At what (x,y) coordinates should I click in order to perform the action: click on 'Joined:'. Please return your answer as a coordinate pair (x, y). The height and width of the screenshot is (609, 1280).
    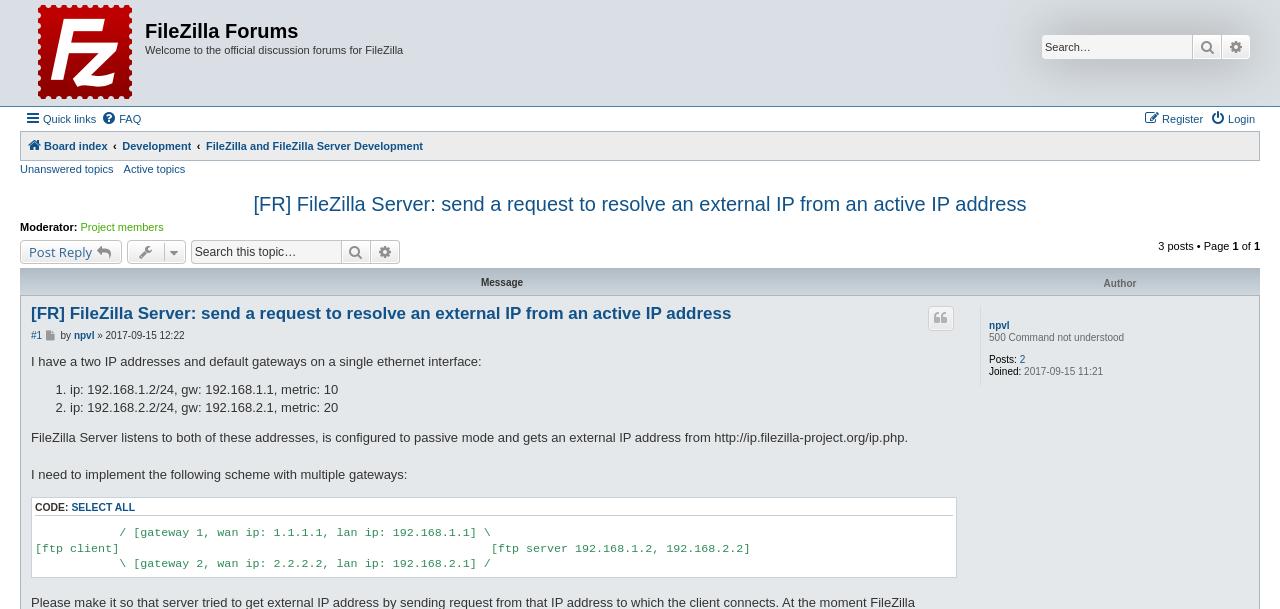
    Looking at the image, I should click on (1005, 371).